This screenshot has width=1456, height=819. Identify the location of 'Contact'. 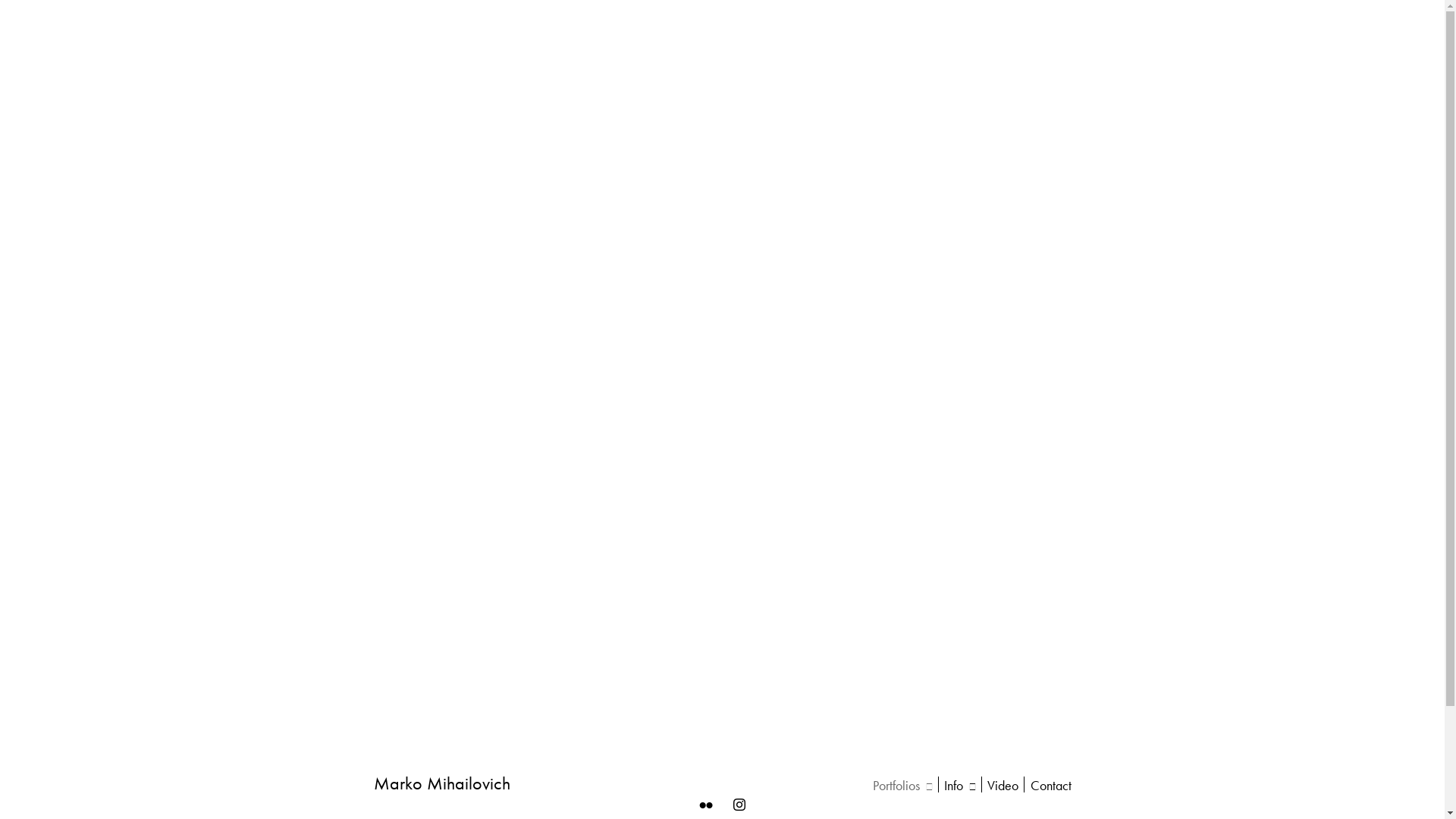
(1050, 785).